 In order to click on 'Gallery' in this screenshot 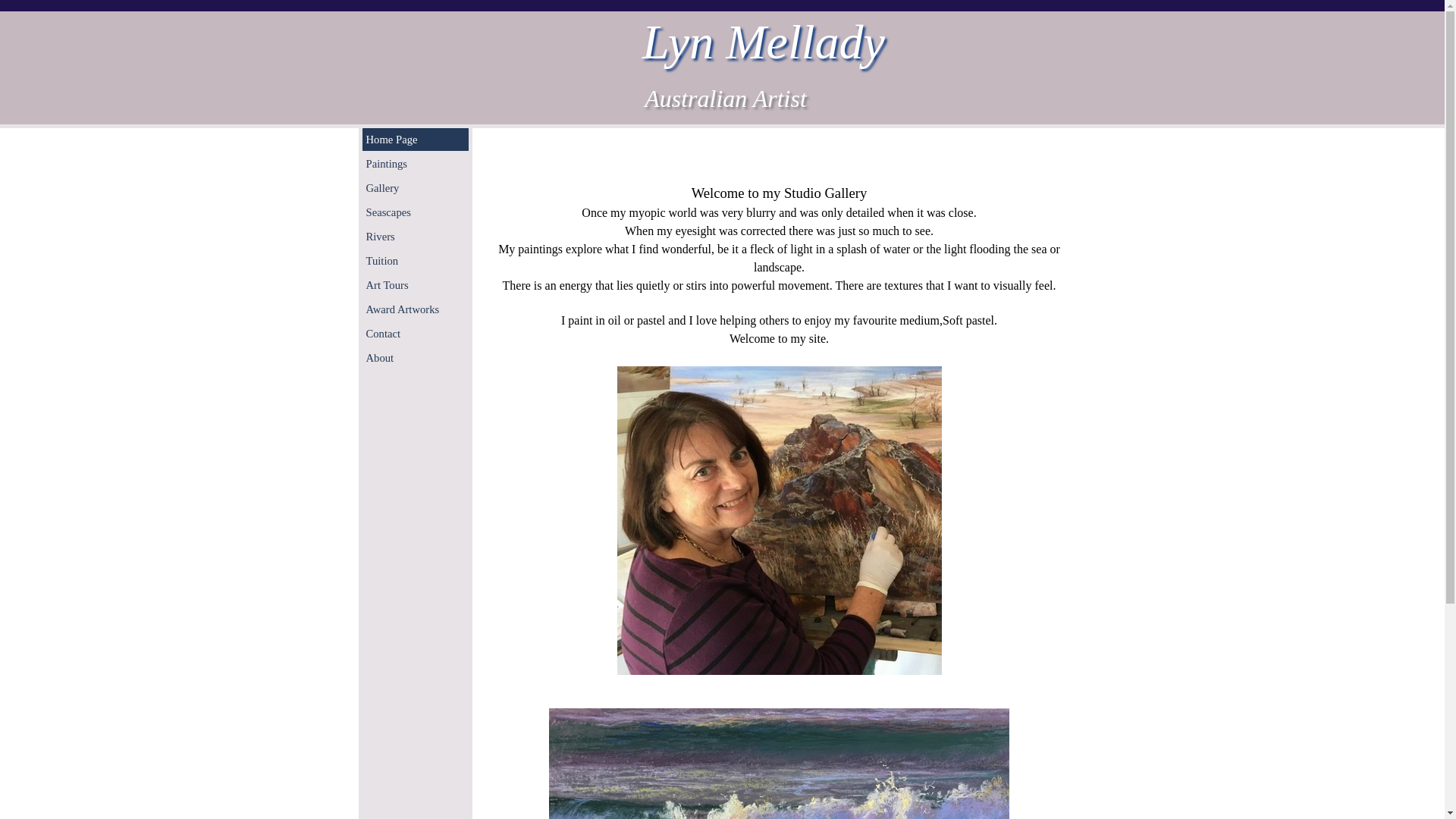, I will do `click(415, 187)`.